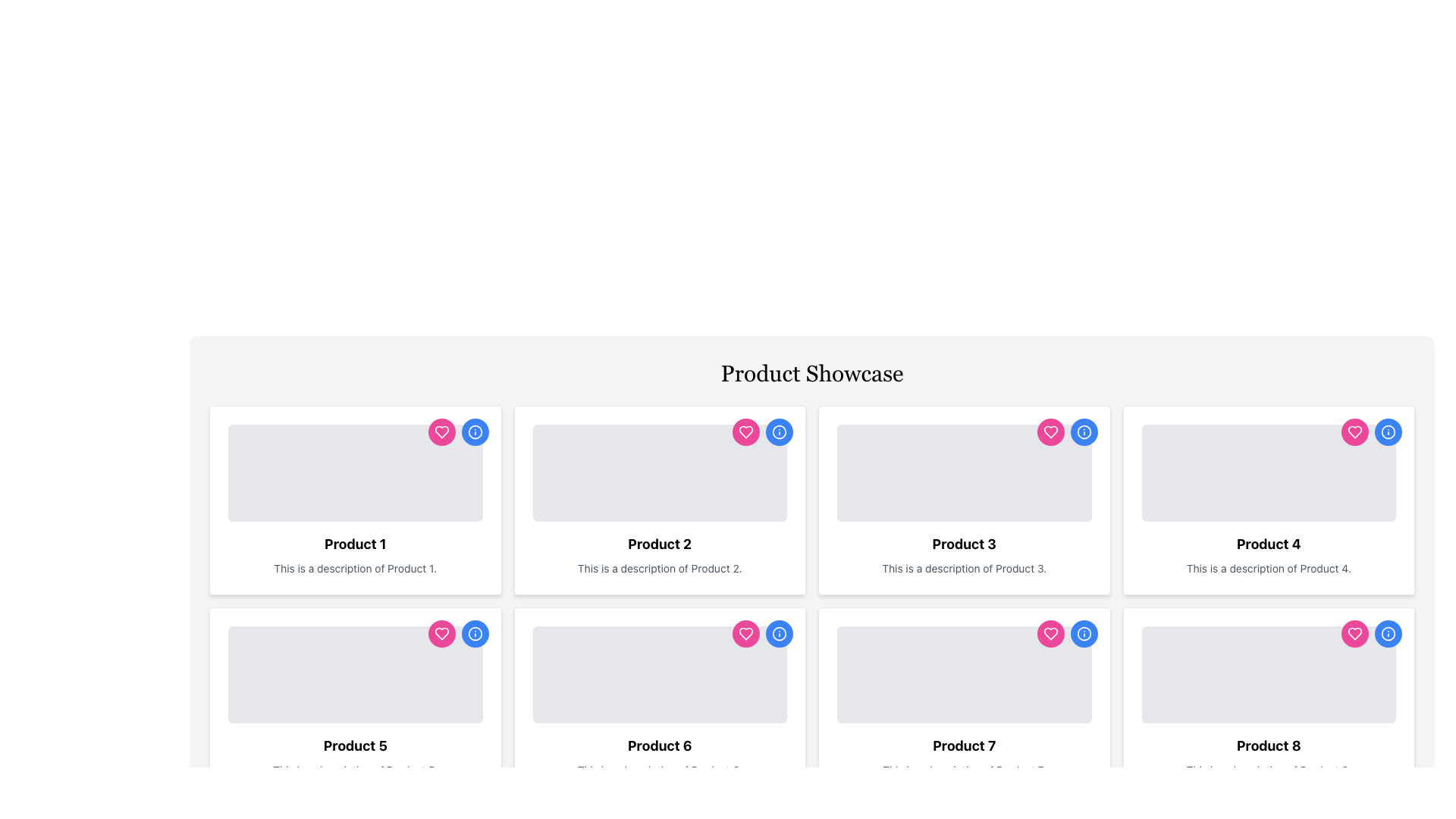 The height and width of the screenshot is (819, 1456). Describe the element at coordinates (1083, 634) in the screenshot. I see `the circular blue button with white text and an information icon located at the bottom right of Product 8's card` at that location.